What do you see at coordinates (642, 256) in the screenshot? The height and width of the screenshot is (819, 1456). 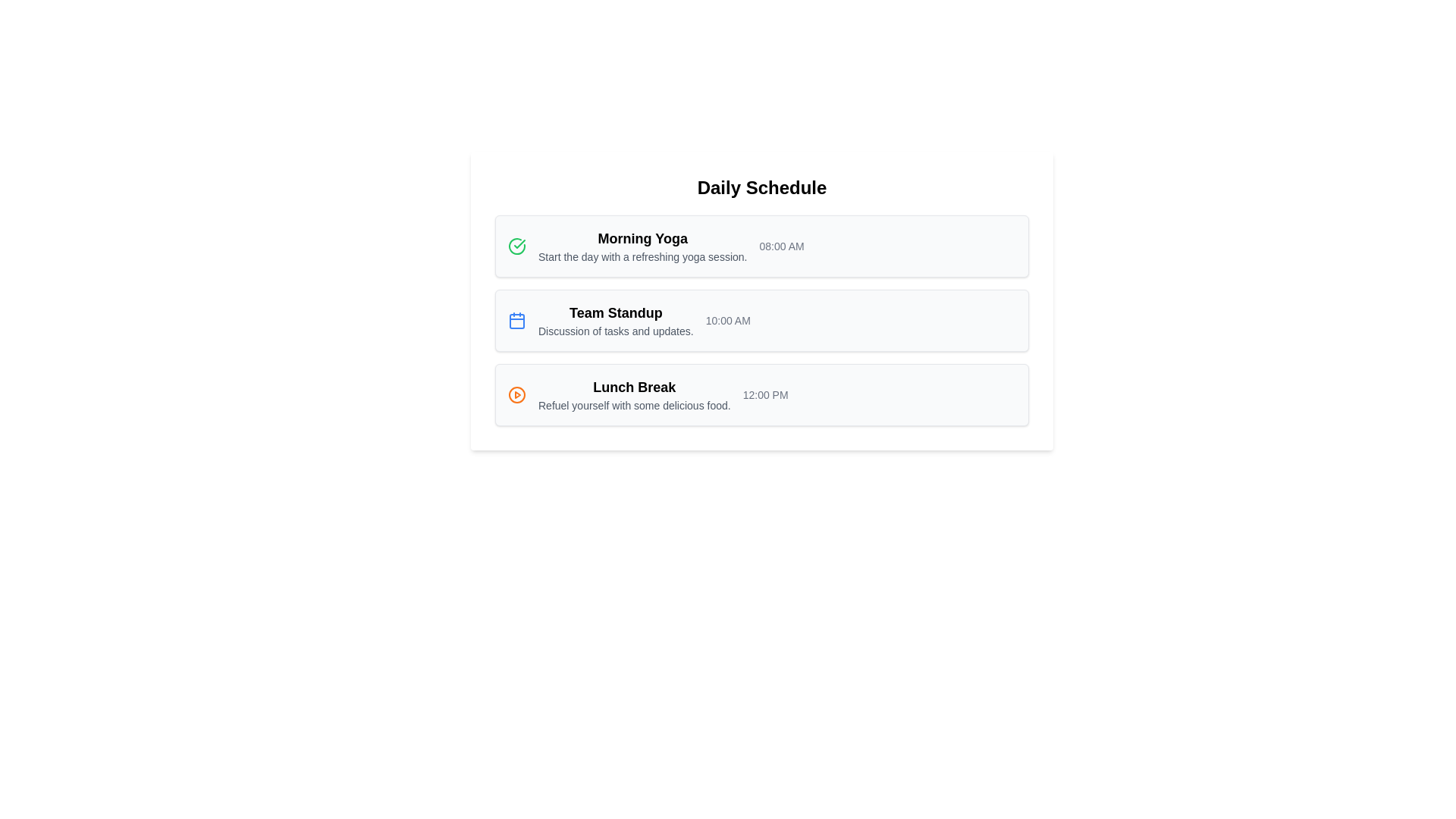 I see `the static text description providing additional information about the 'Morning Yoga' session, which is positioned below the title within a grouped box layout` at bounding box center [642, 256].